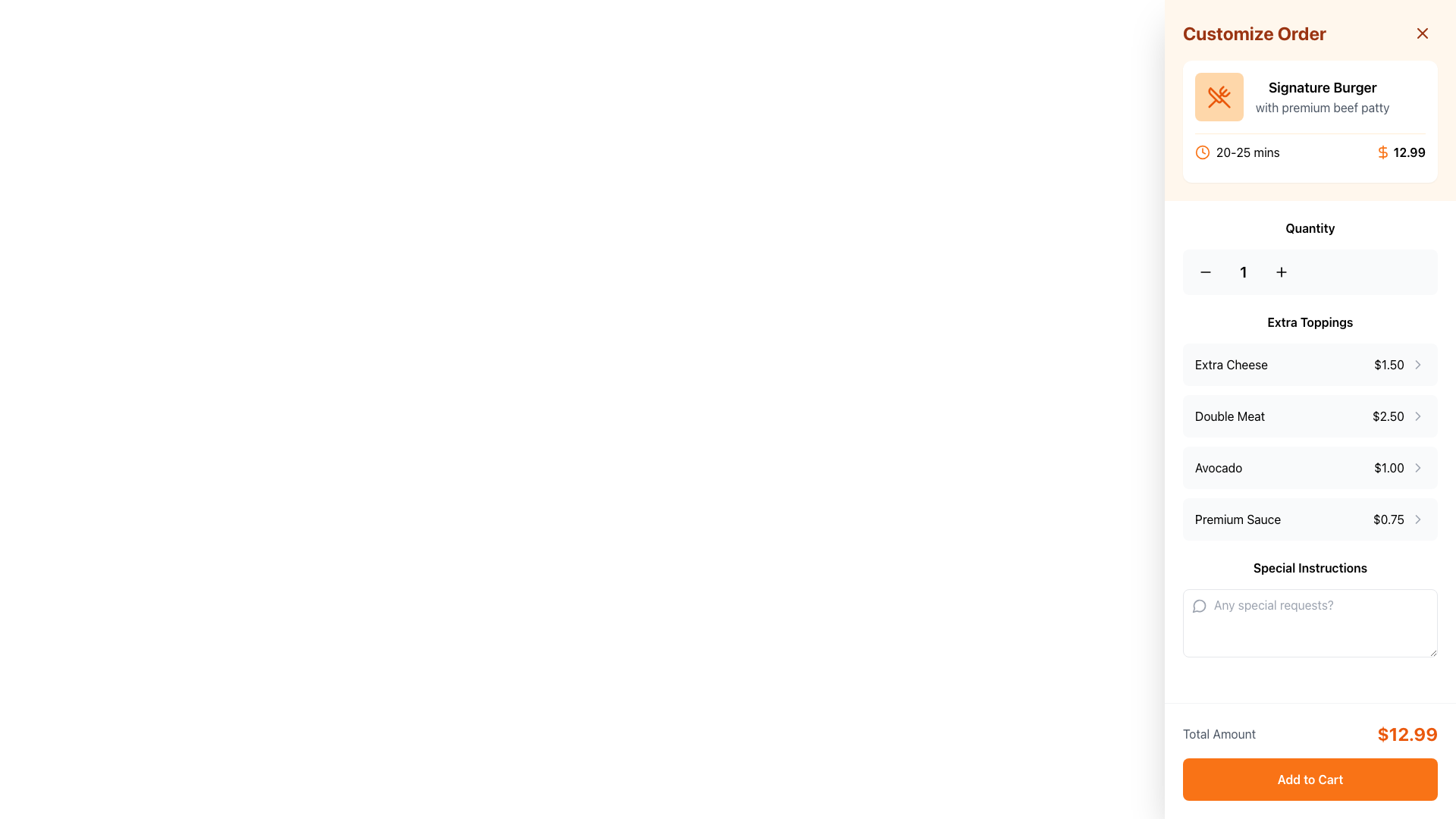 The height and width of the screenshot is (819, 1456). I want to click on the 'Avocado' topping option in the 'Extra Toppings' section, so click(1310, 441).